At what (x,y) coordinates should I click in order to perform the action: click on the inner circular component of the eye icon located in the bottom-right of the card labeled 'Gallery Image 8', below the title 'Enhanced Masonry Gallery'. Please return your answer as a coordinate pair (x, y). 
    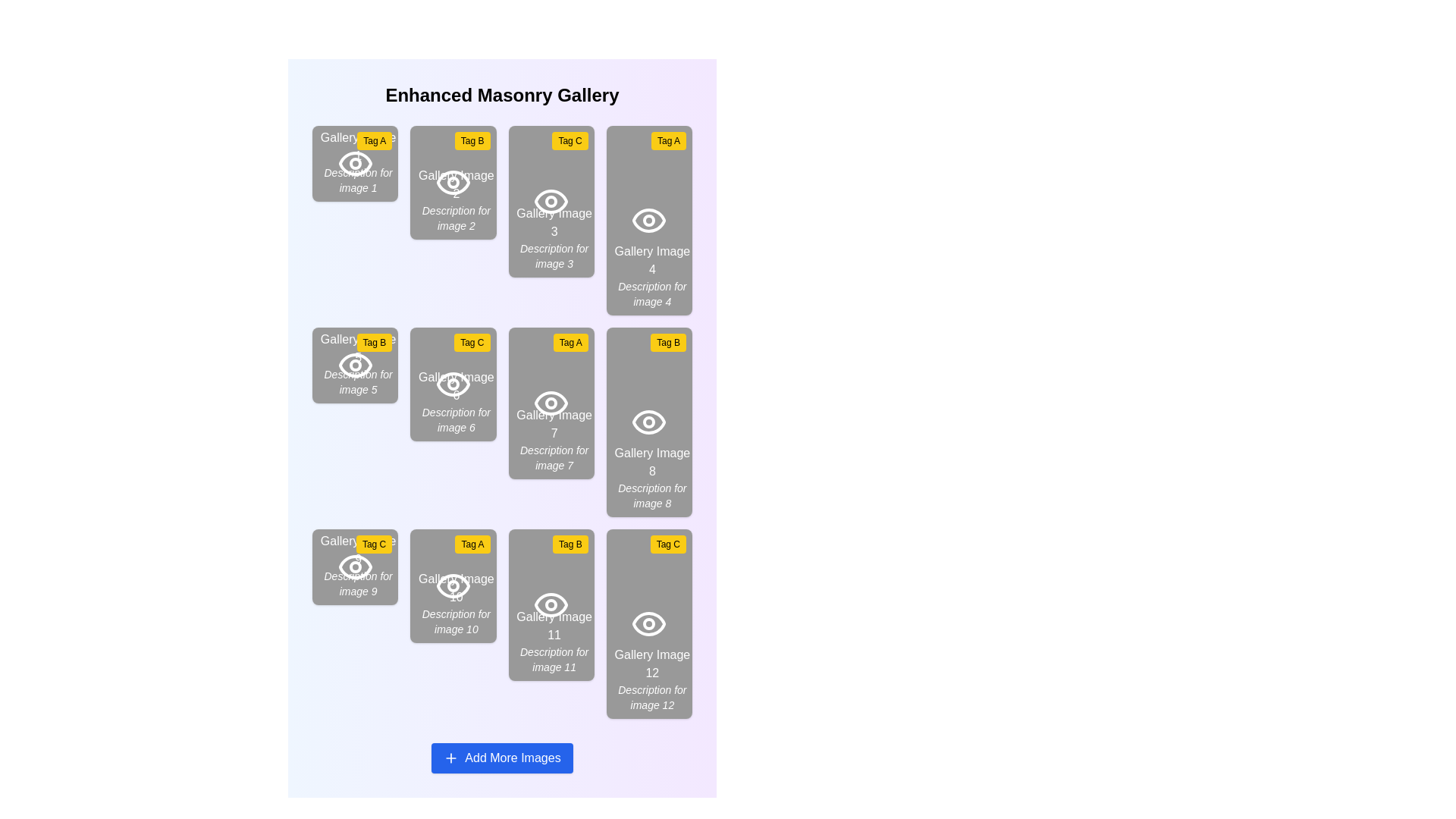
    Looking at the image, I should click on (649, 422).